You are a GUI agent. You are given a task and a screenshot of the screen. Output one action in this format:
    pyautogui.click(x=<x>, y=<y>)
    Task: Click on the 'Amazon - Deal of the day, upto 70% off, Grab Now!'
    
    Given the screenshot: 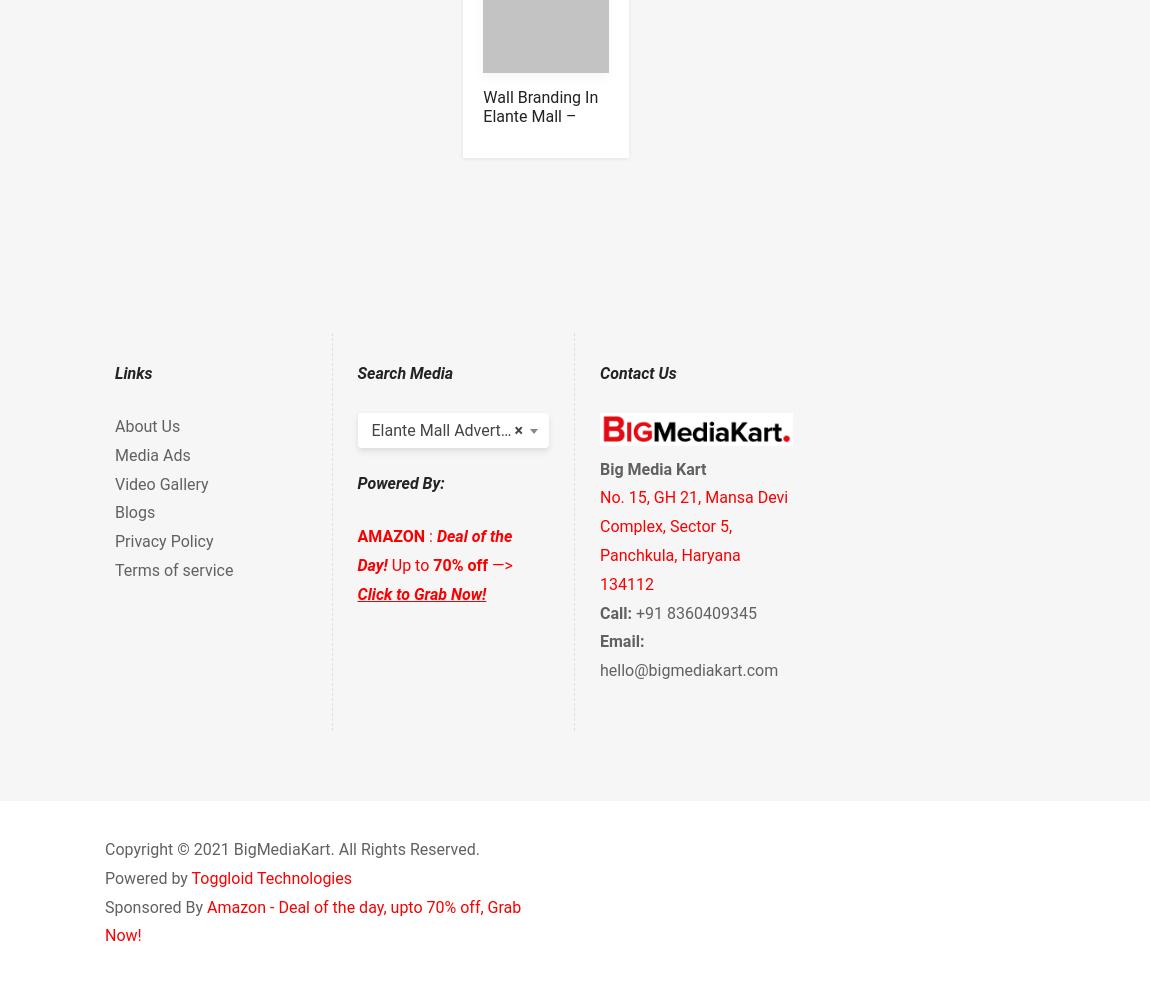 What is the action you would take?
    pyautogui.click(x=313, y=920)
    